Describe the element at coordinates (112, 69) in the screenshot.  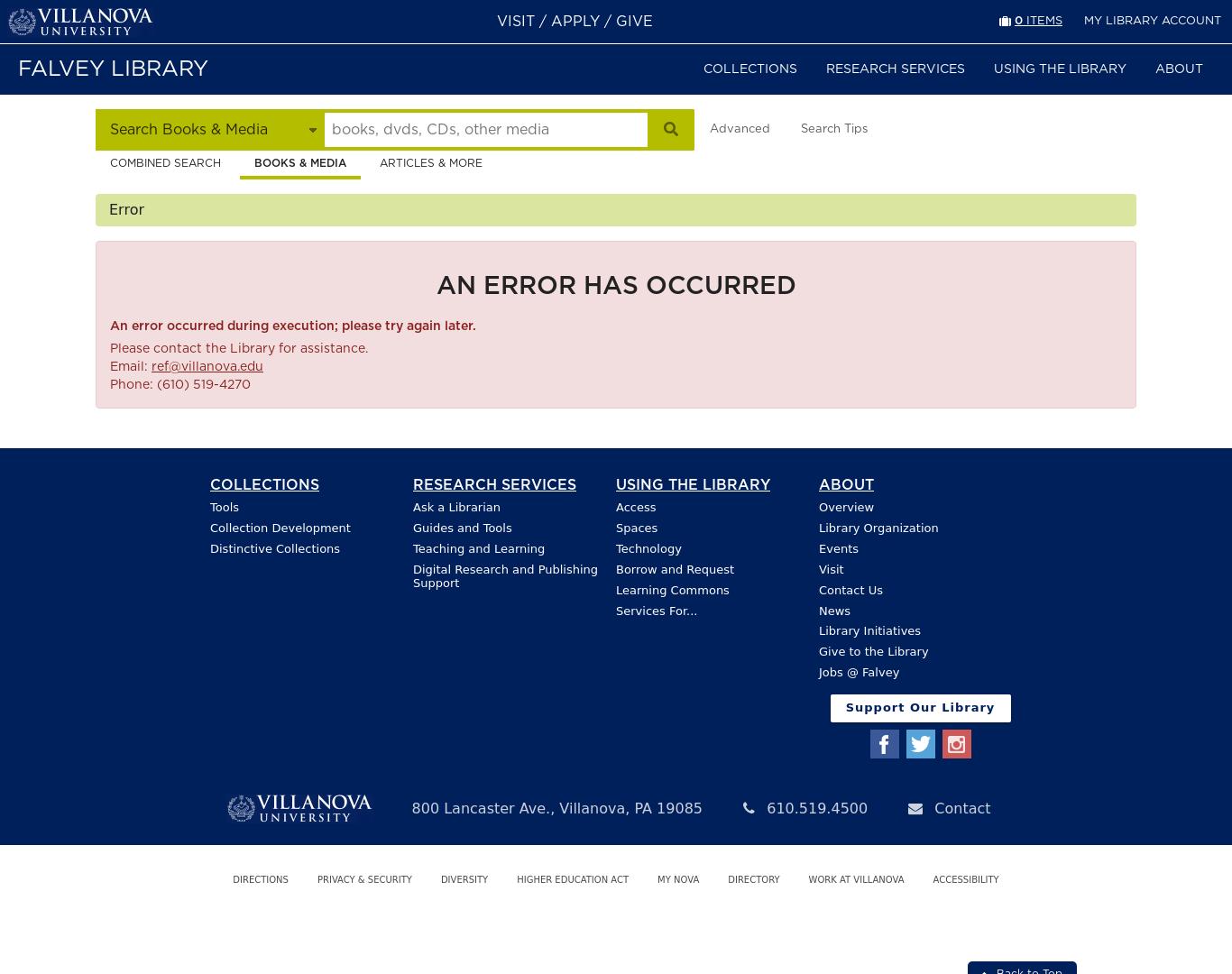
I see `'Falvey Library'` at that location.